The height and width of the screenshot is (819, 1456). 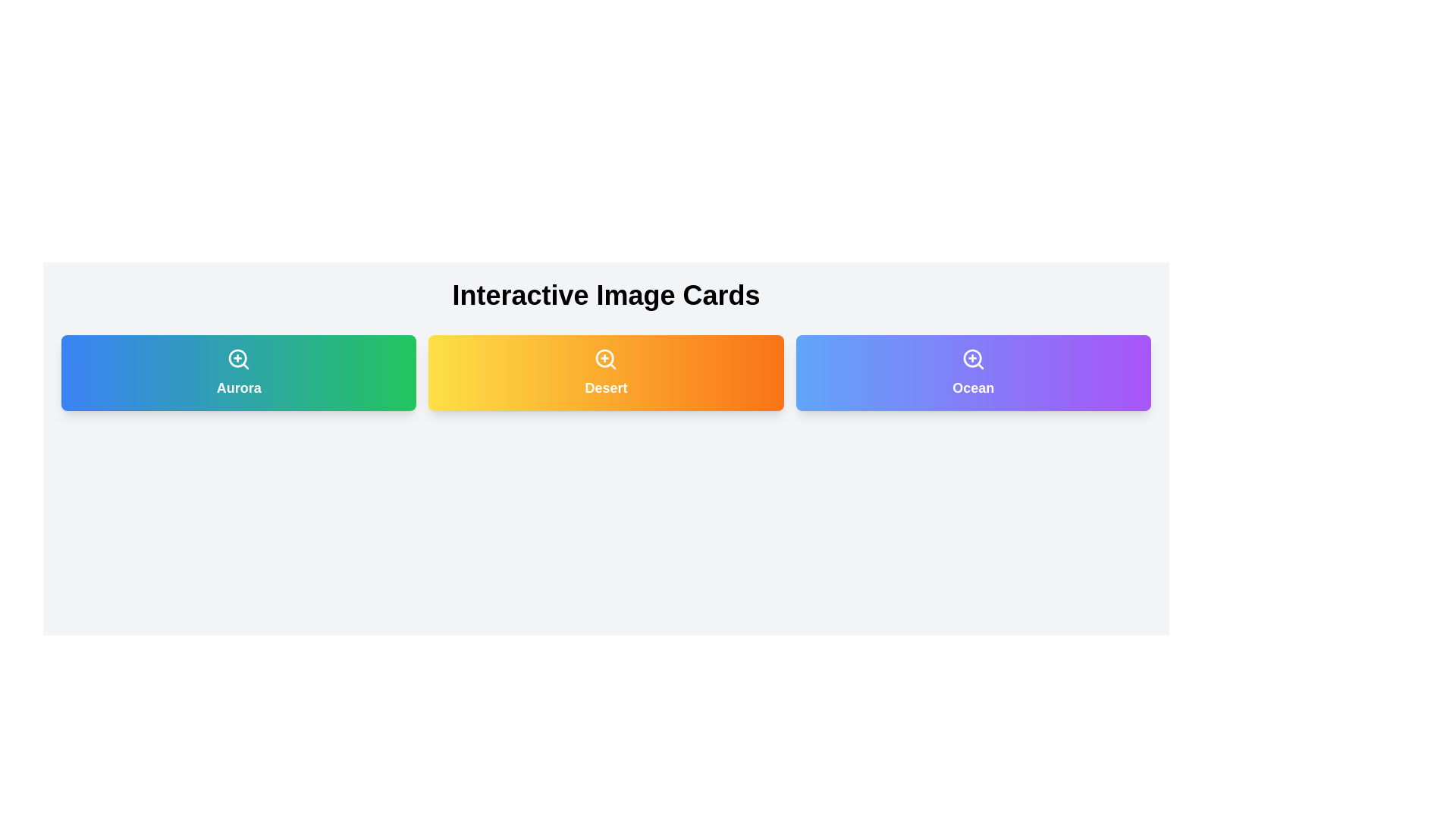 What do you see at coordinates (605, 359) in the screenshot?
I see `the zoom-in icon located on the 'Desert' card` at bounding box center [605, 359].